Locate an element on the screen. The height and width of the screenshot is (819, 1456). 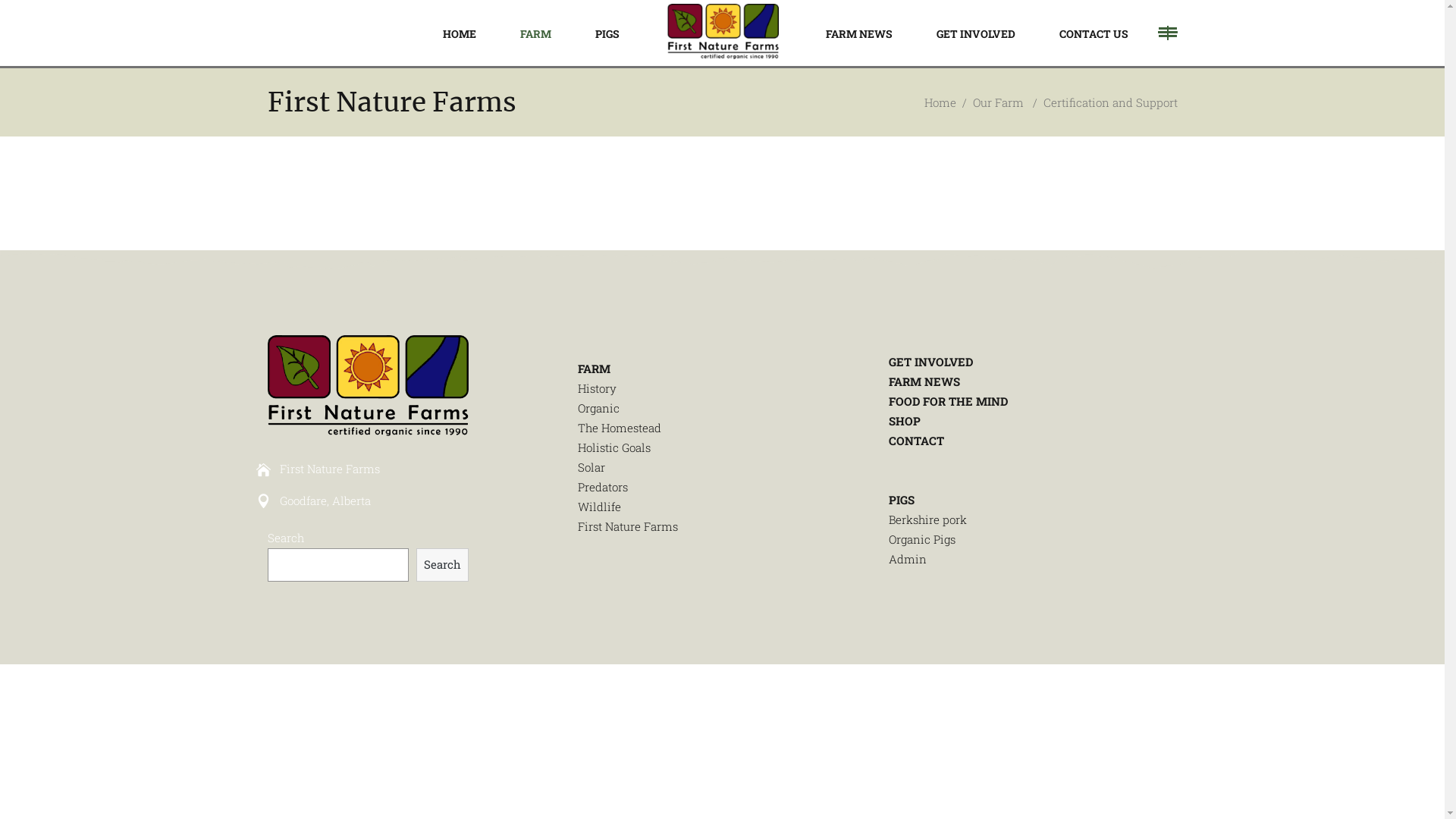
'PIGS' is located at coordinates (902, 500).